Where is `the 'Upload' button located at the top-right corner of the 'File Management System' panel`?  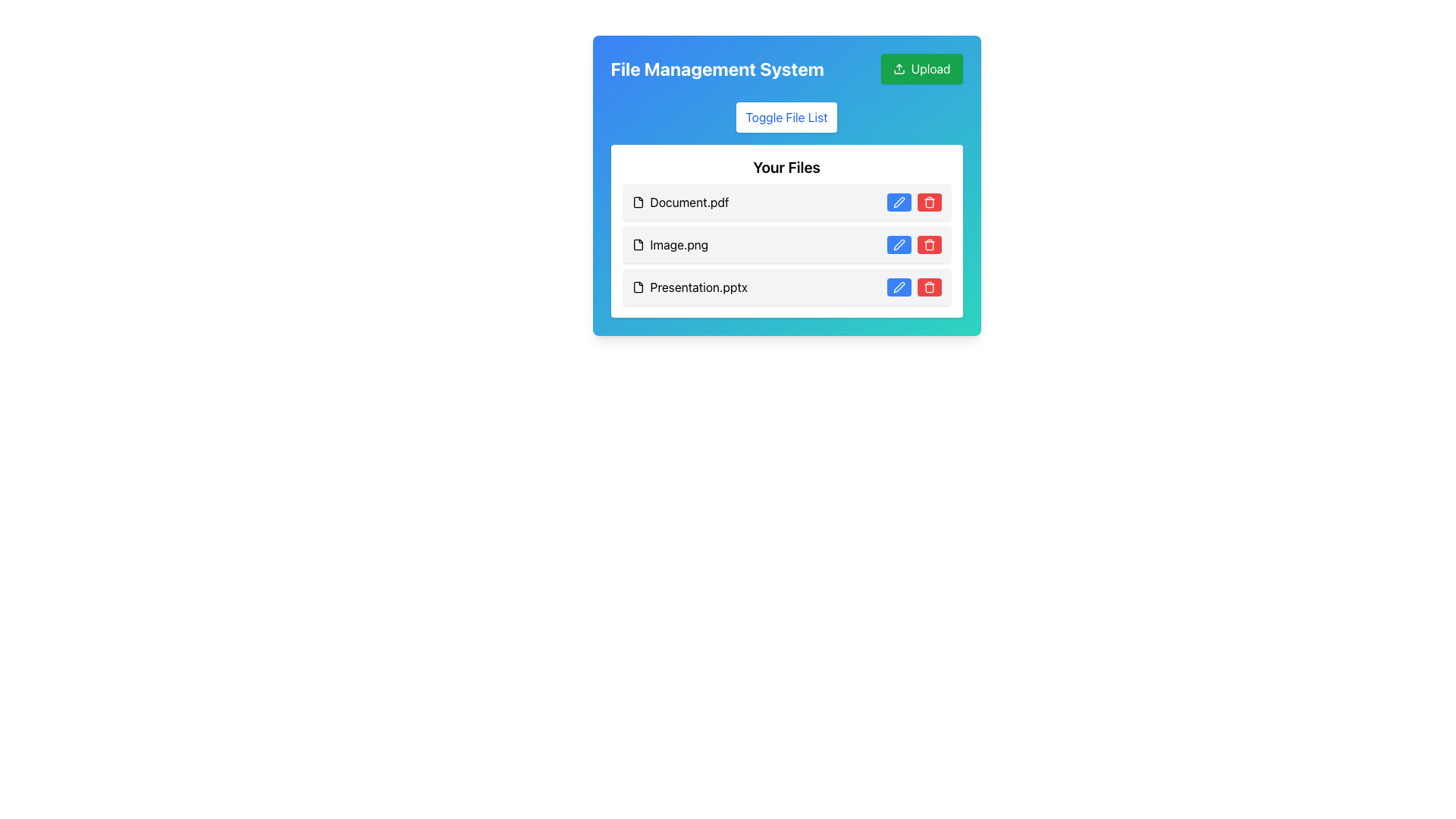 the 'Upload' button located at the top-right corner of the 'File Management System' panel is located at coordinates (921, 69).